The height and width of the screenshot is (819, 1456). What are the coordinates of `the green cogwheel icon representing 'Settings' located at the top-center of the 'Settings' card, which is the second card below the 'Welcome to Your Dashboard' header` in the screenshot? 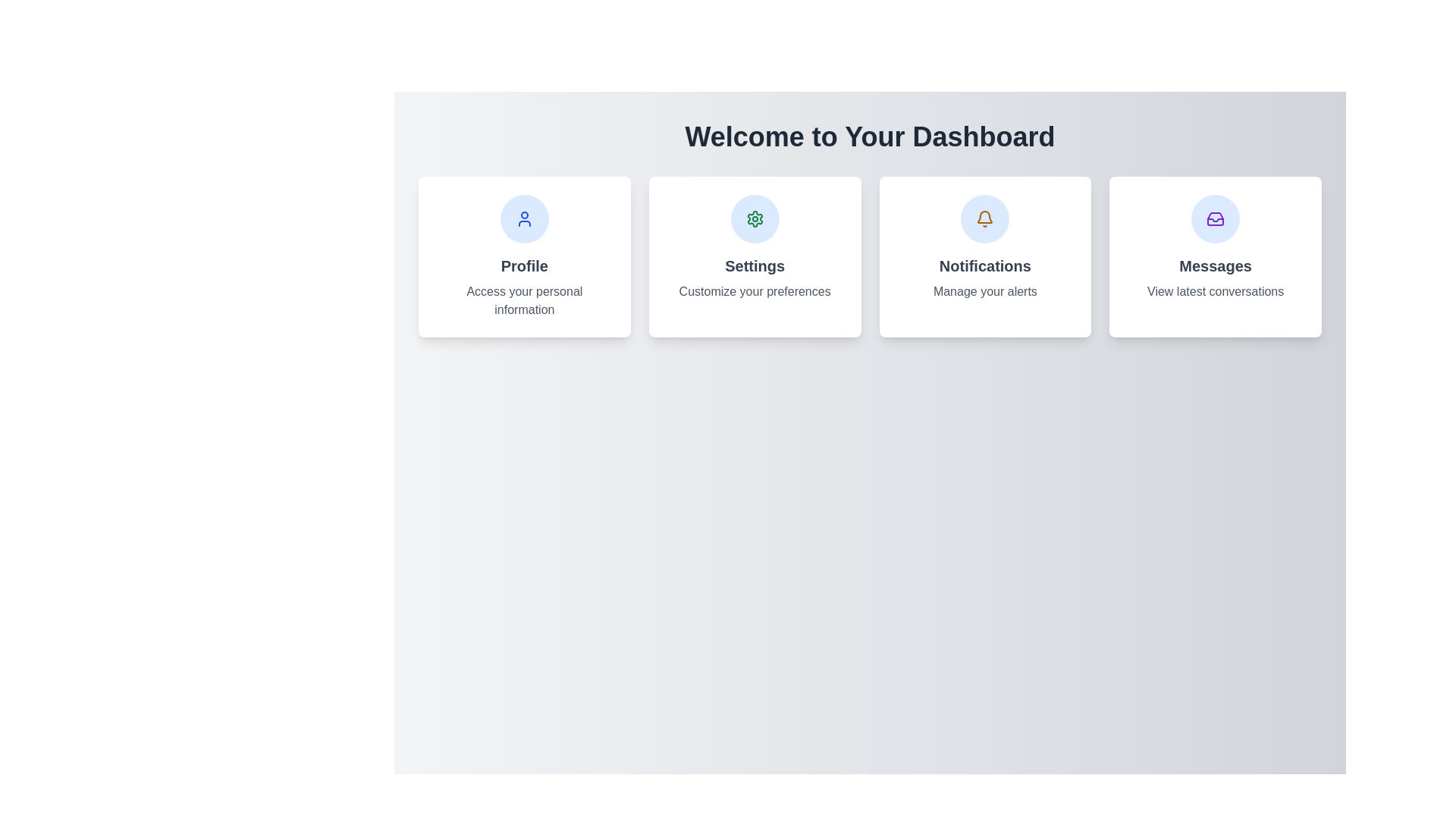 It's located at (755, 219).